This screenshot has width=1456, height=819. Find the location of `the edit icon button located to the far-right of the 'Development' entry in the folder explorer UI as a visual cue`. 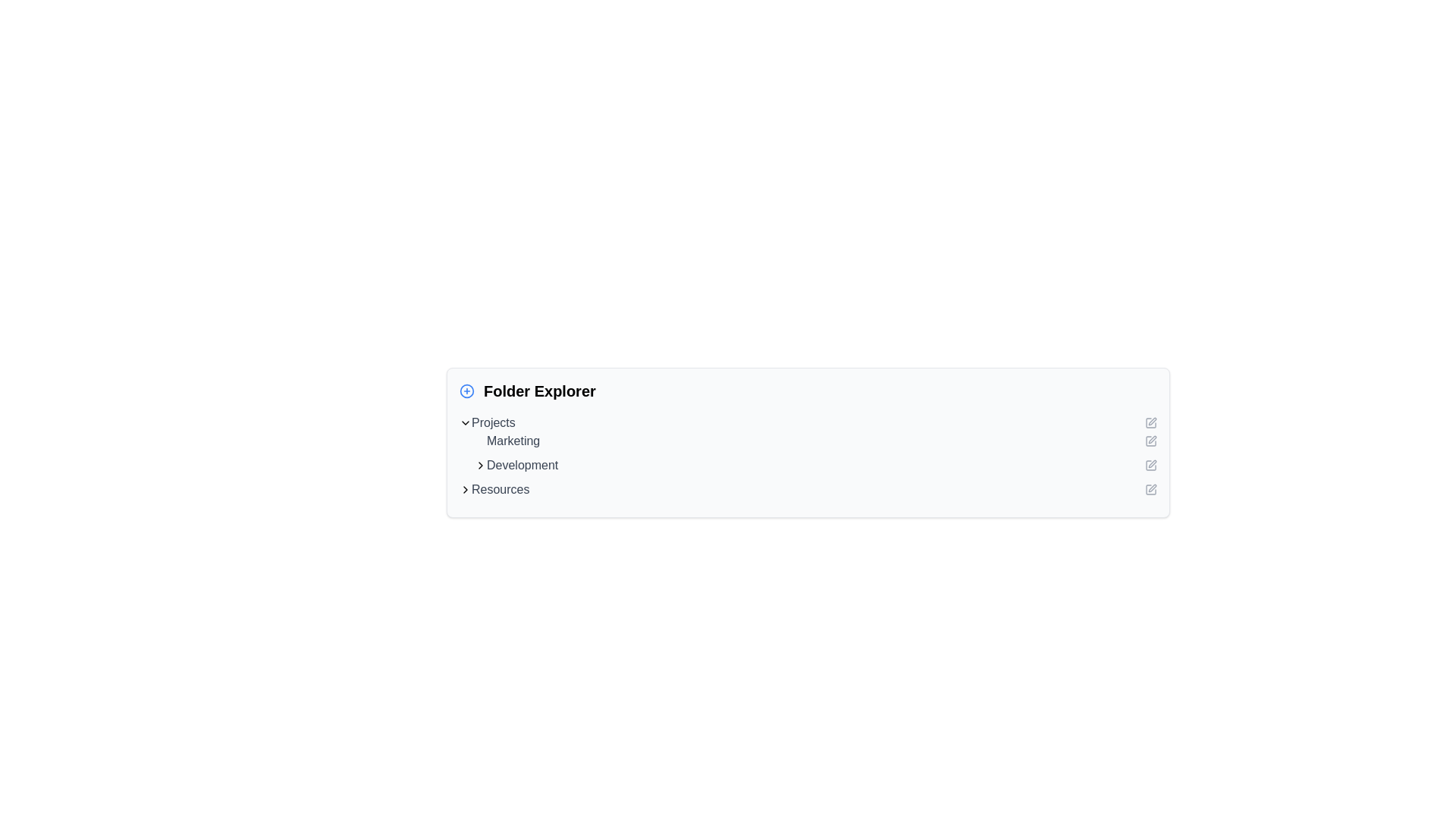

the edit icon button located to the far-right of the 'Development' entry in the folder explorer UI as a visual cue is located at coordinates (1150, 464).